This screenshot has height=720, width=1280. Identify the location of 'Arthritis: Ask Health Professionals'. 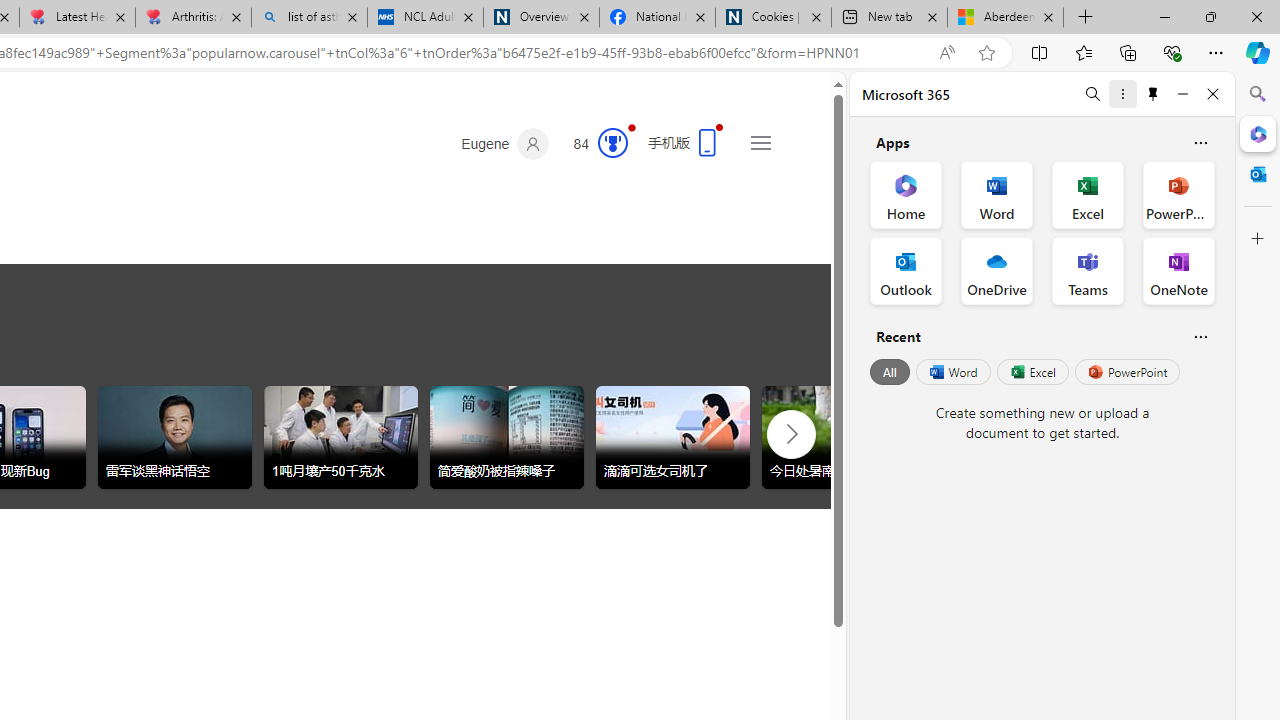
(193, 17).